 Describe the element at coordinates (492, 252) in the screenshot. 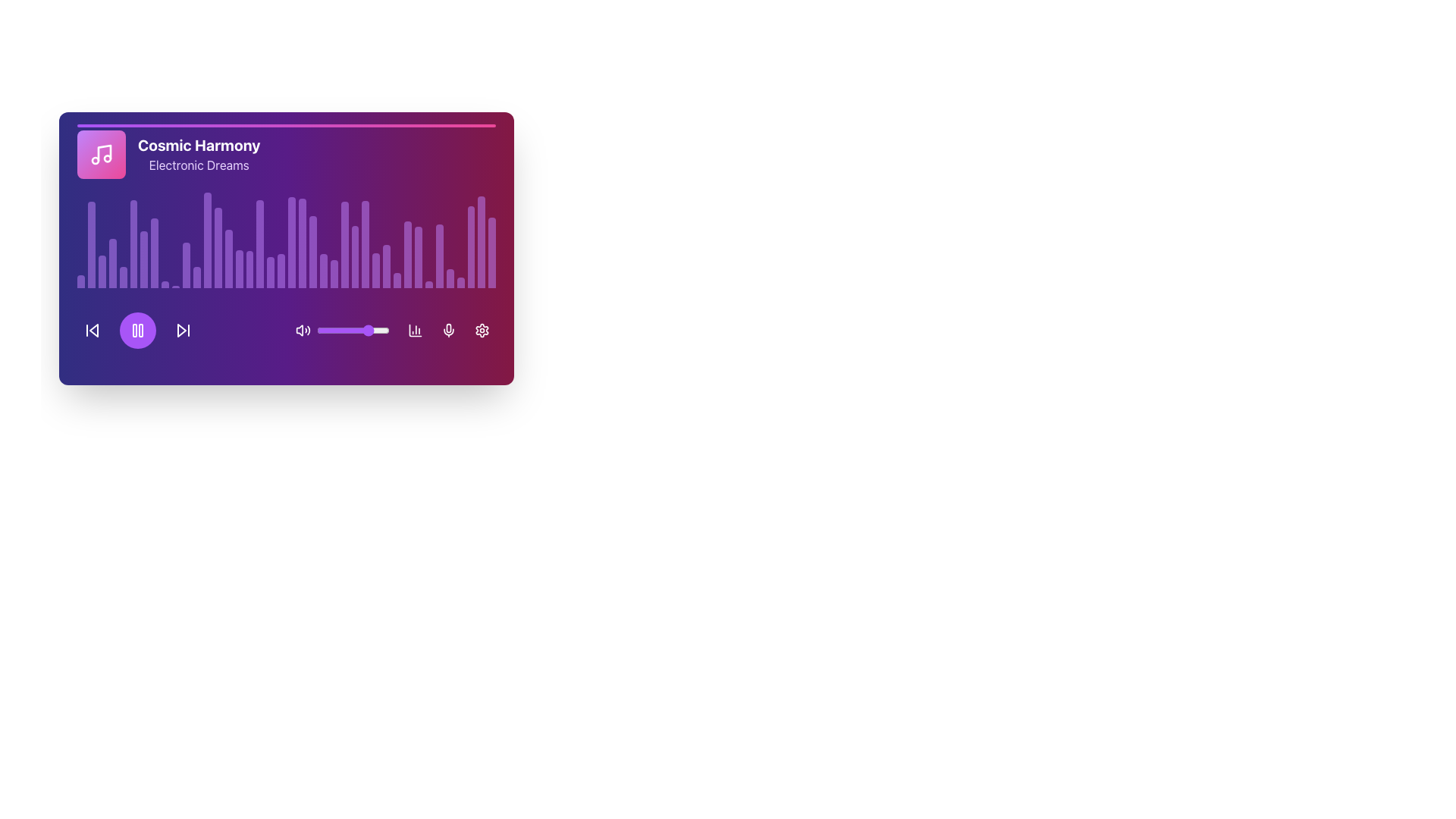

I see `the 36th data visualization bar on the audio visualization graph` at that location.